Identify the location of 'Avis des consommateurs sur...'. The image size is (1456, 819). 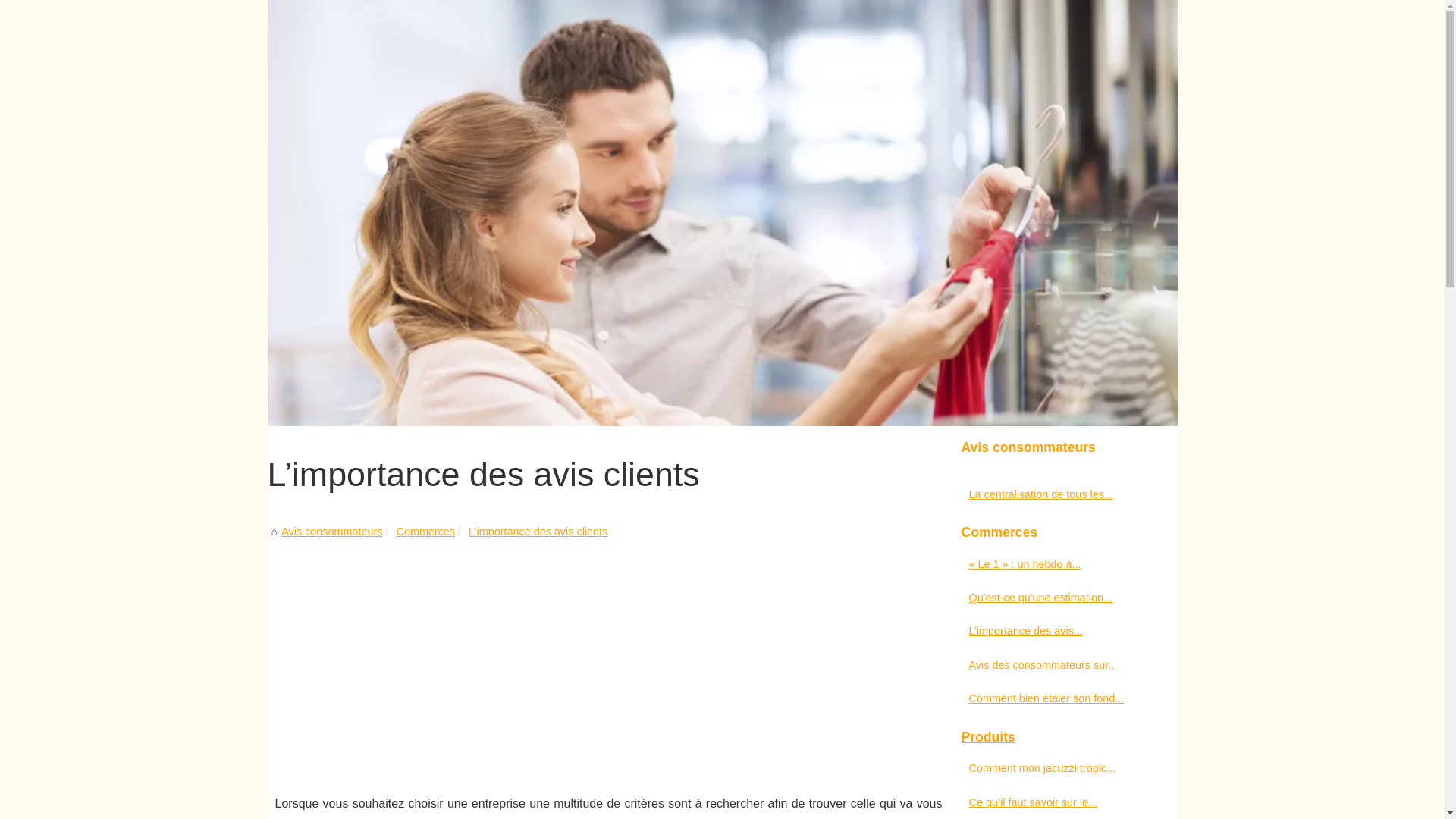
(964, 664).